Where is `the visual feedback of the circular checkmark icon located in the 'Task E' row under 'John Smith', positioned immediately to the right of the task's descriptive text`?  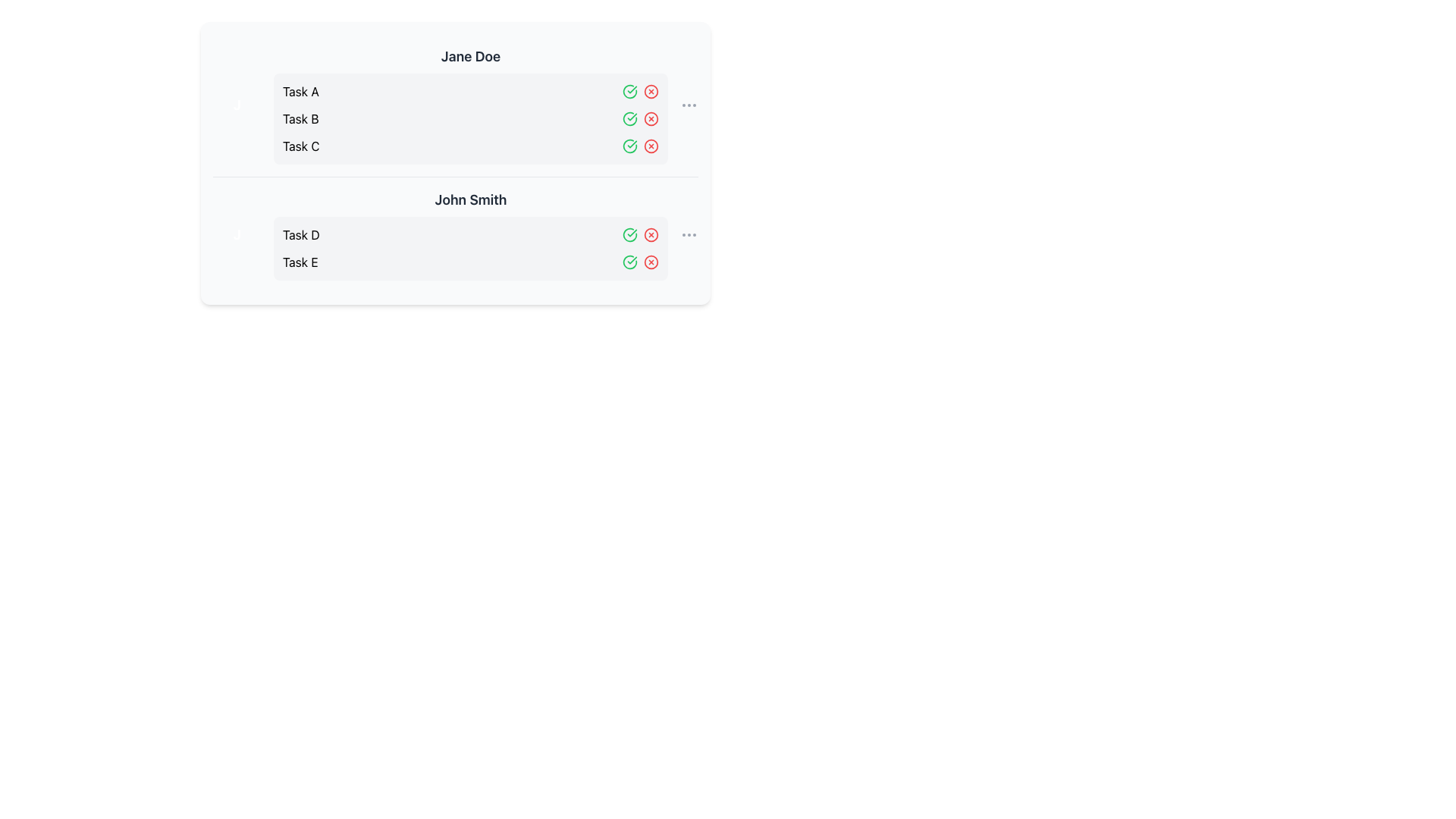 the visual feedback of the circular checkmark icon located in the 'Task E' row under 'John Smith', positioned immediately to the right of the task's descriptive text is located at coordinates (629, 262).